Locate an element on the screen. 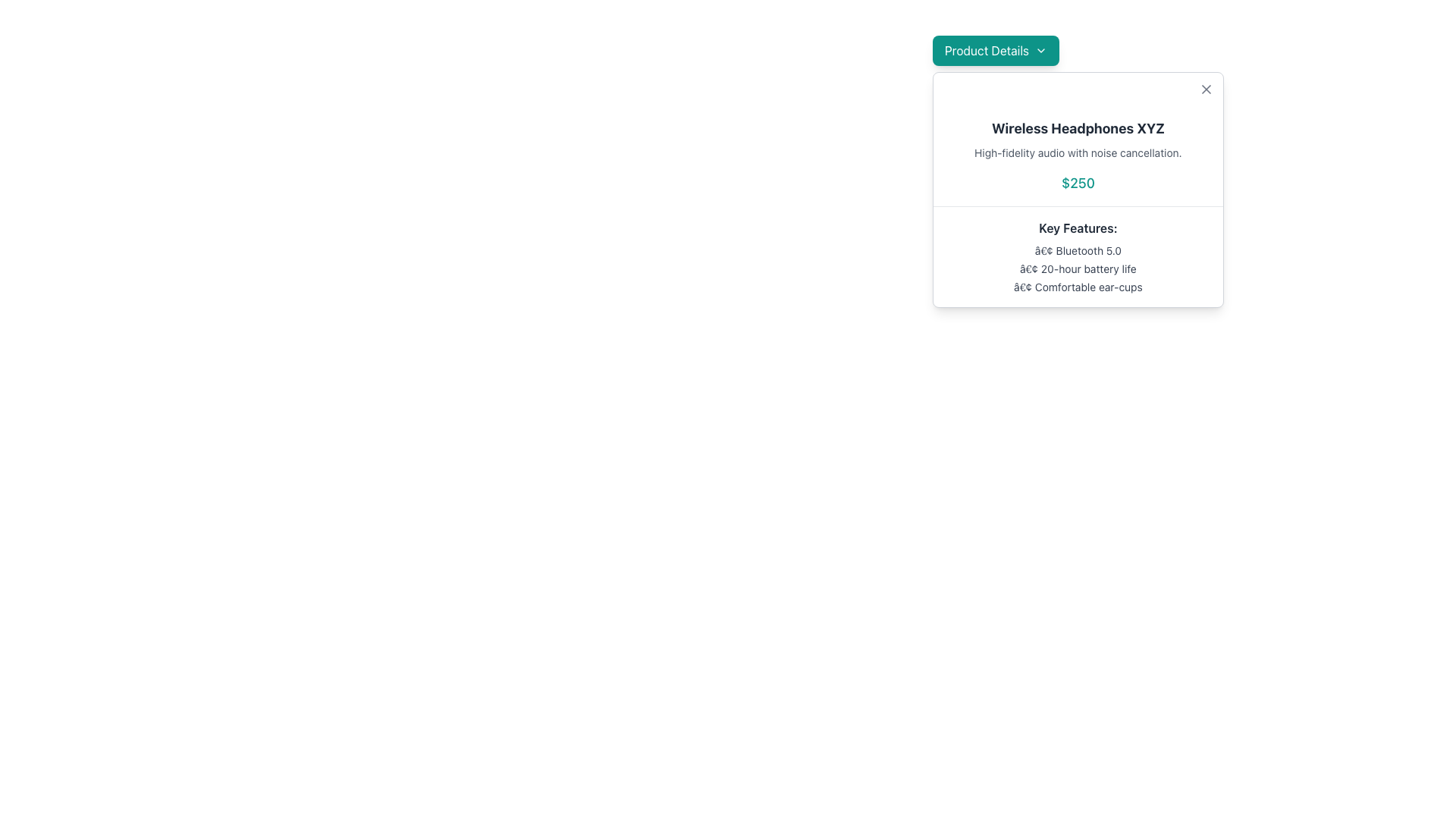  the Text Label that introduces the bulleted list of features, positioned below the price information in the product details card is located at coordinates (1077, 227).